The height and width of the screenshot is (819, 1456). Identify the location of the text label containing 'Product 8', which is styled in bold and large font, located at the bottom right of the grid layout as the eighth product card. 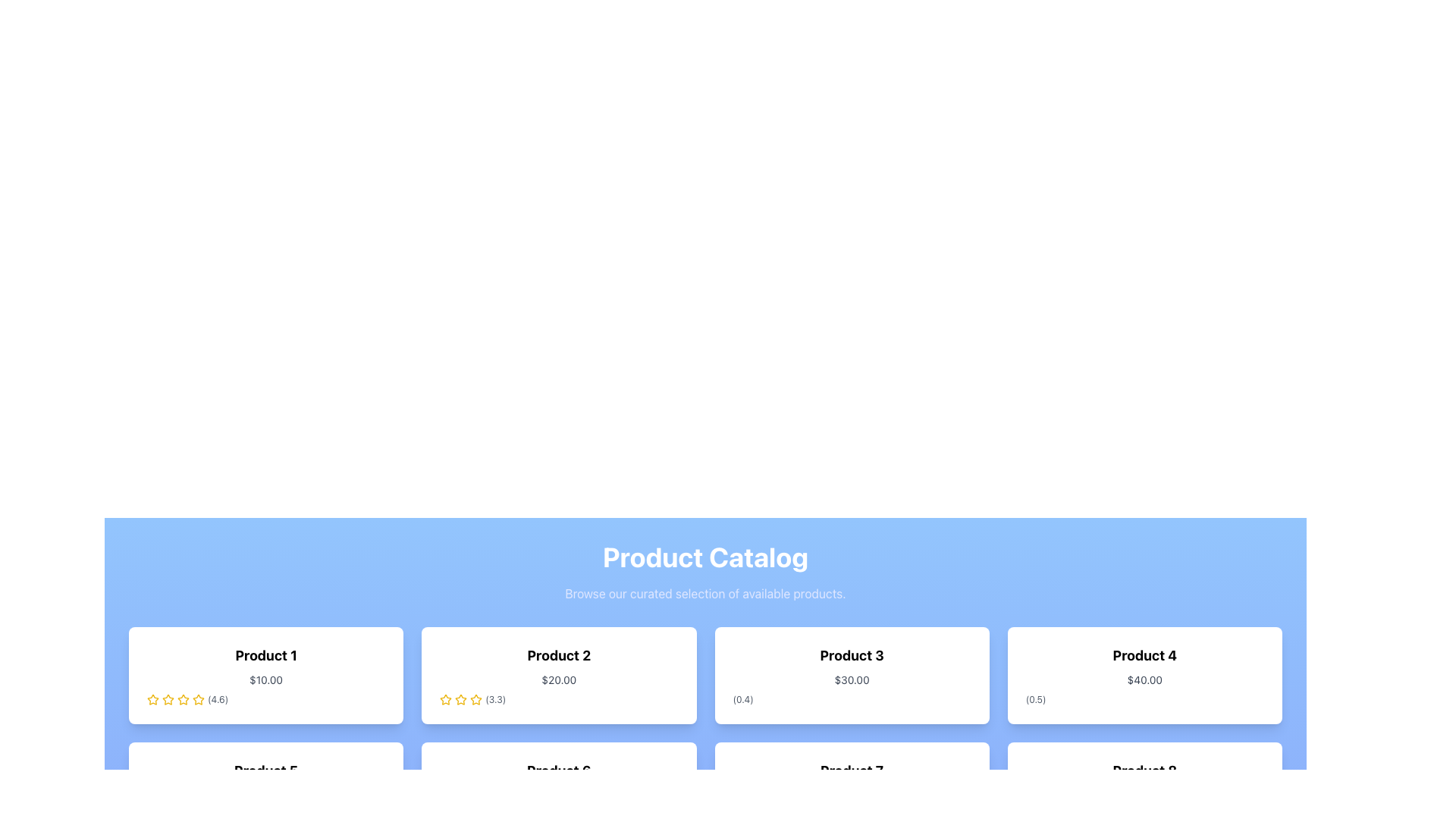
(1144, 771).